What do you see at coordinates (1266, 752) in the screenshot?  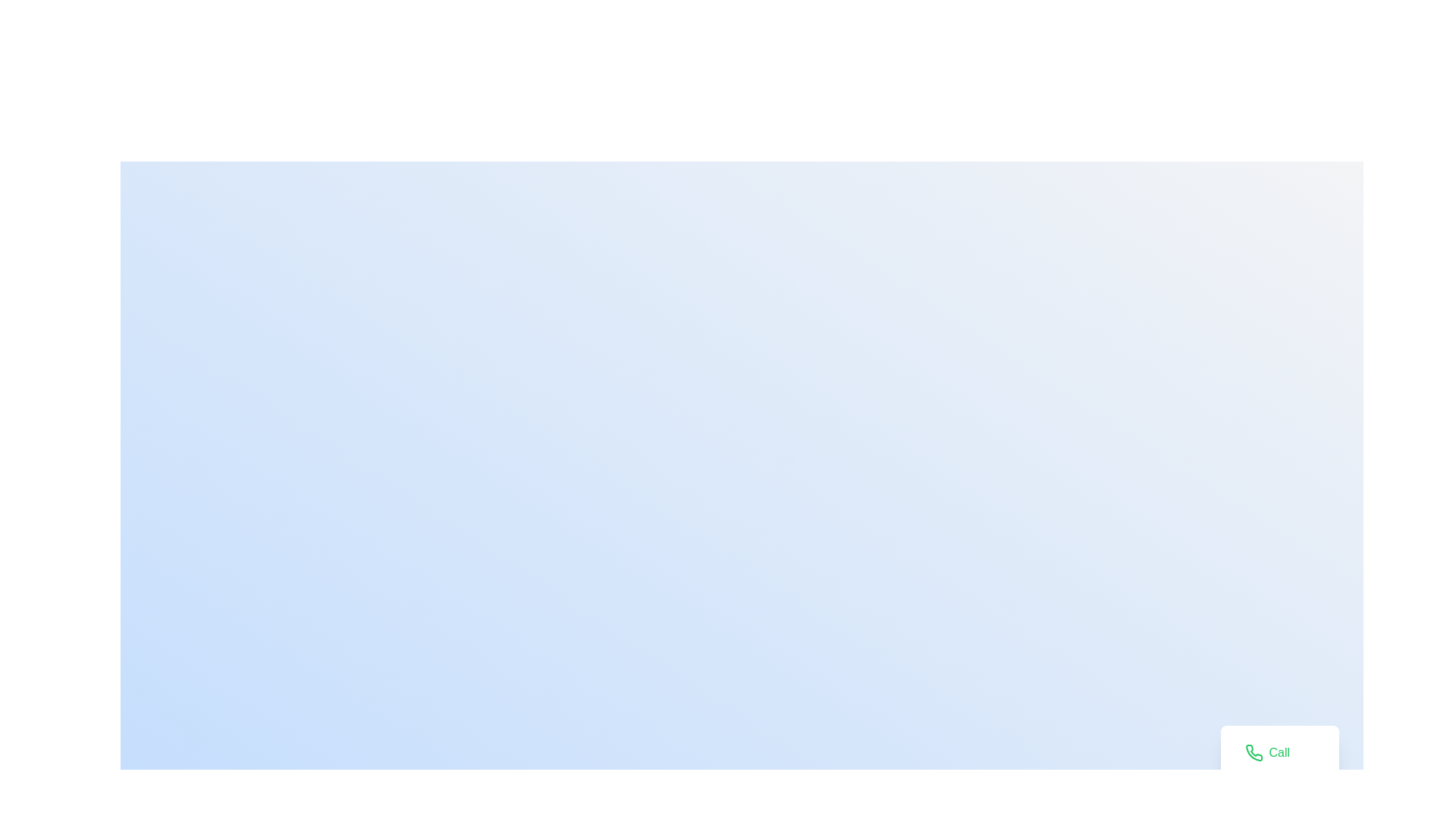 I see `the 'Call' button to view the tooltip information` at bounding box center [1266, 752].